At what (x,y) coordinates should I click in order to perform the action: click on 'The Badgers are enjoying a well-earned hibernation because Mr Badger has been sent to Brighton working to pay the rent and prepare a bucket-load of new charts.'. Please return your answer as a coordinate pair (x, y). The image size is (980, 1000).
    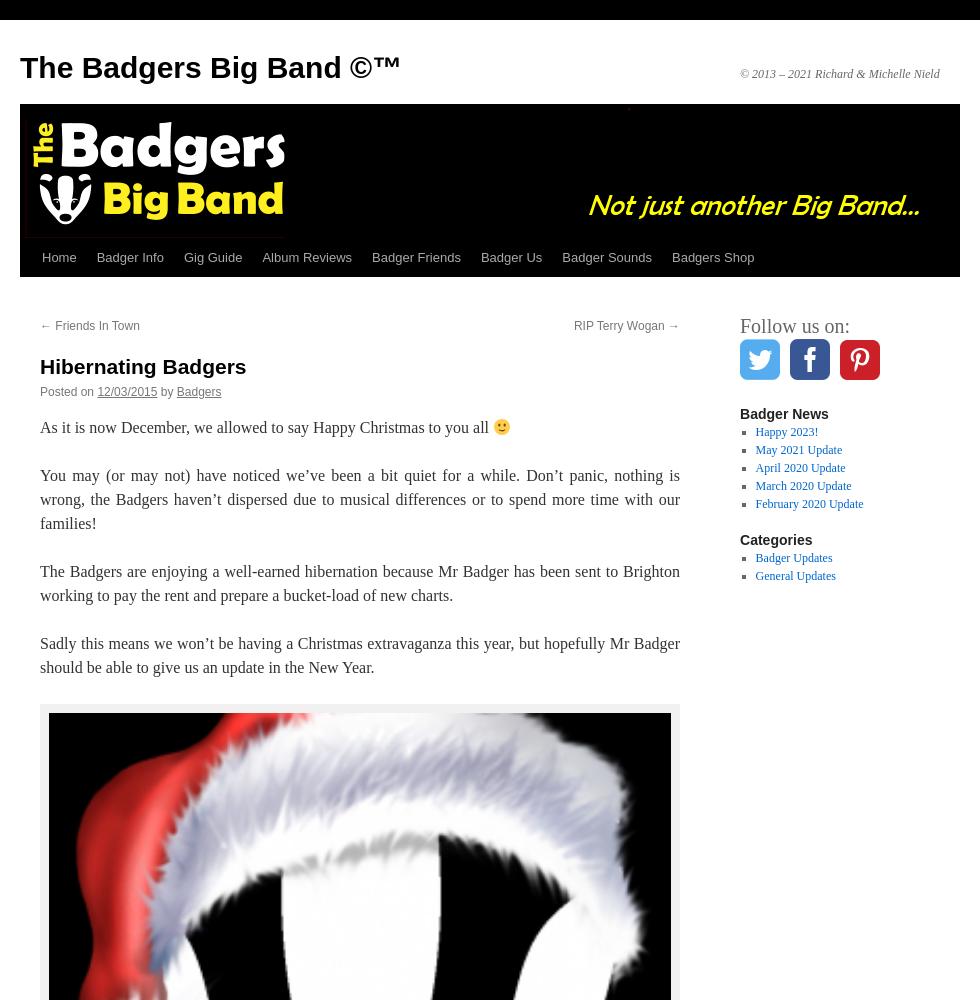
    Looking at the image, I should click on (359, 582).